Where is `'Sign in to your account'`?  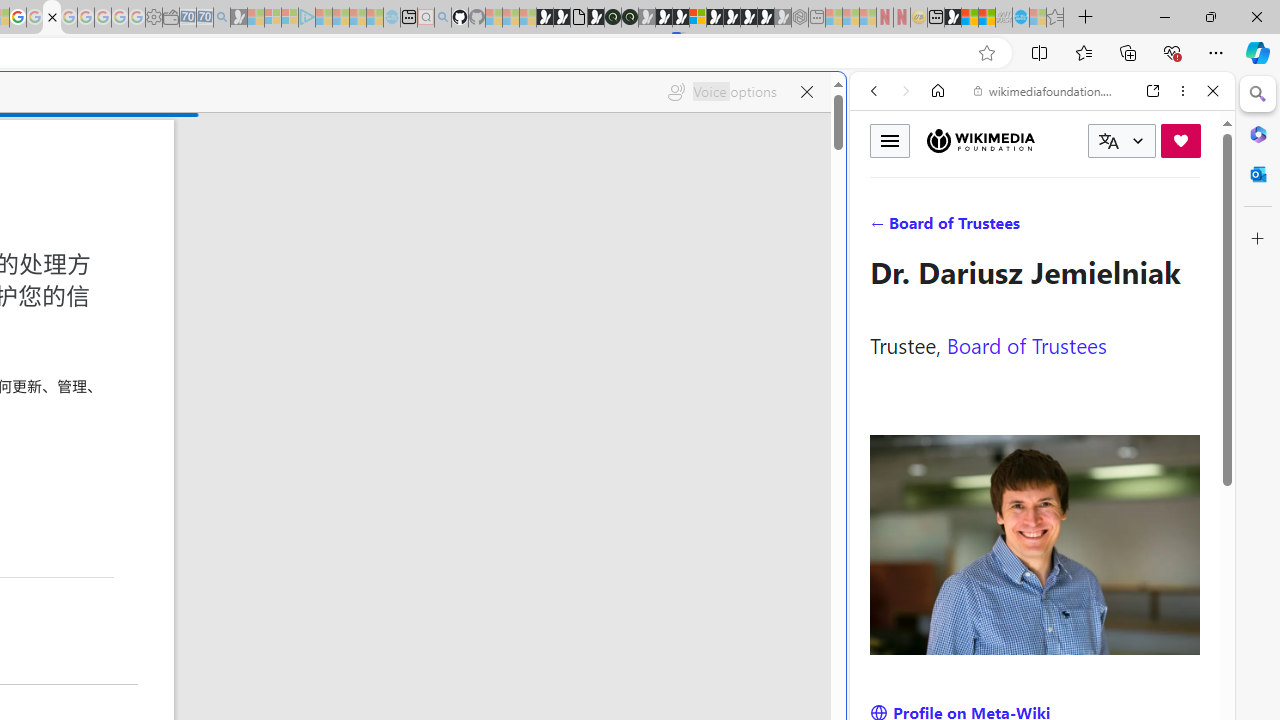
'Sign in to your account' is located at coordinates (698, 17).